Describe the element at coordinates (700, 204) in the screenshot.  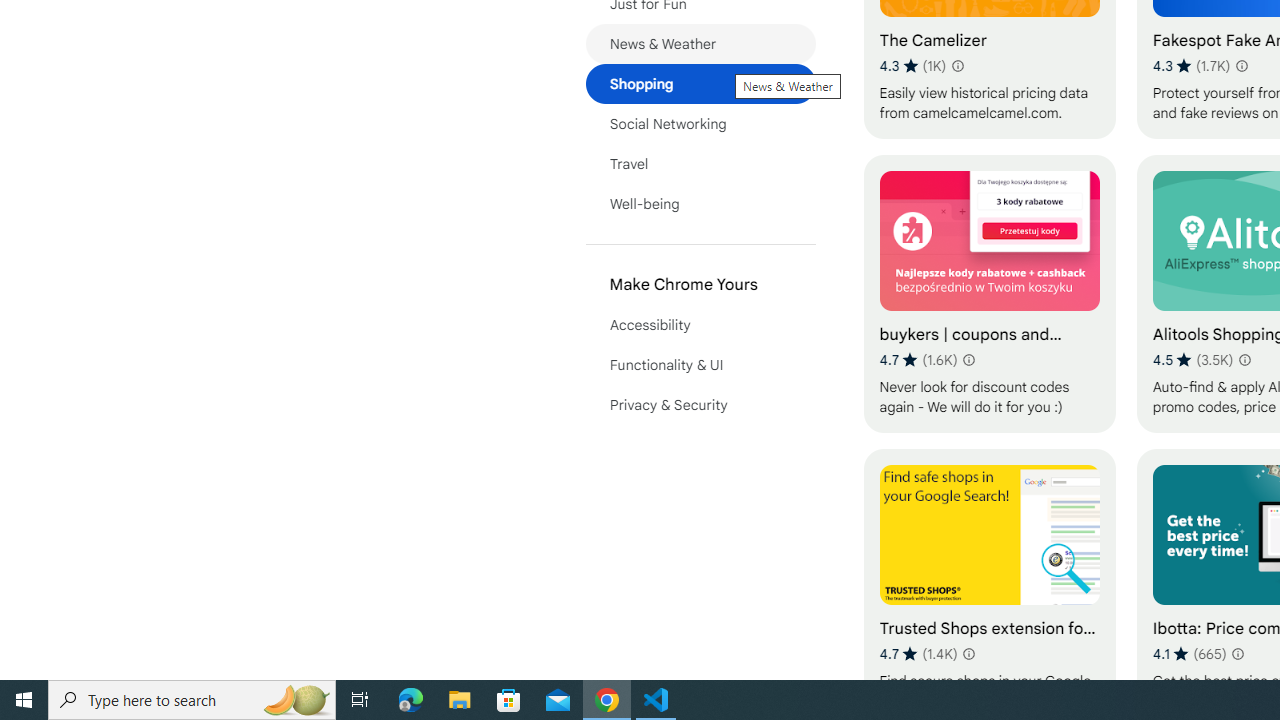
I see `'Well-being'` at that location.